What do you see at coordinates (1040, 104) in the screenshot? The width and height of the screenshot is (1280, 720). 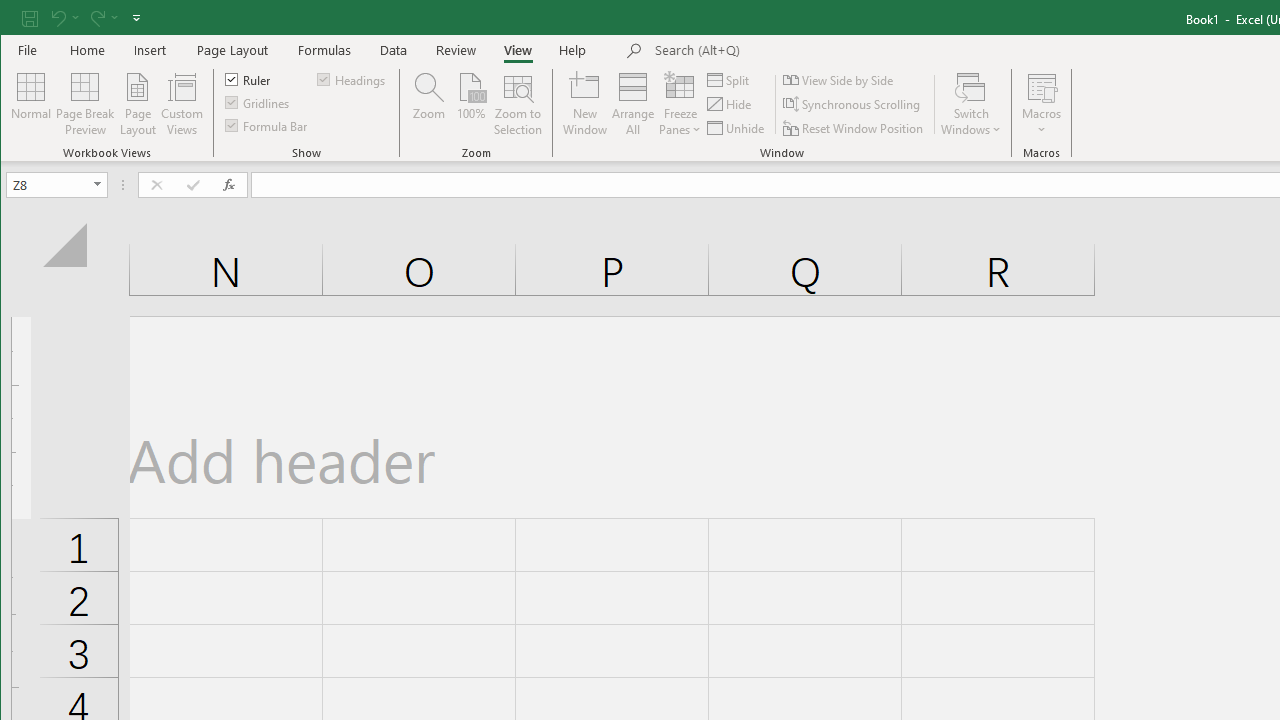 I see `'Macros'` at bounding box center [1040, 104].